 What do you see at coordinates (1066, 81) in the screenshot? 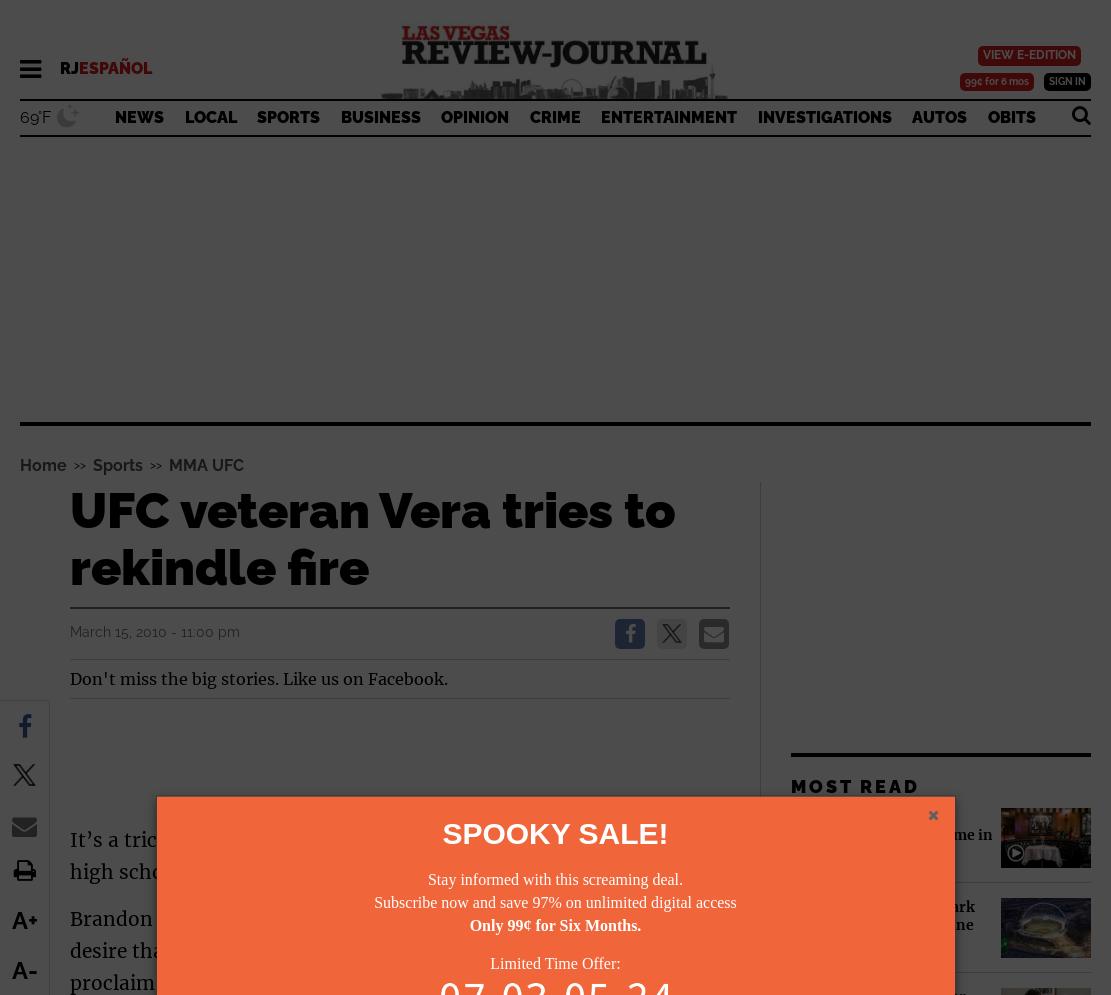
I see `'SIGN IN'` at bounding box center [1066, 81].